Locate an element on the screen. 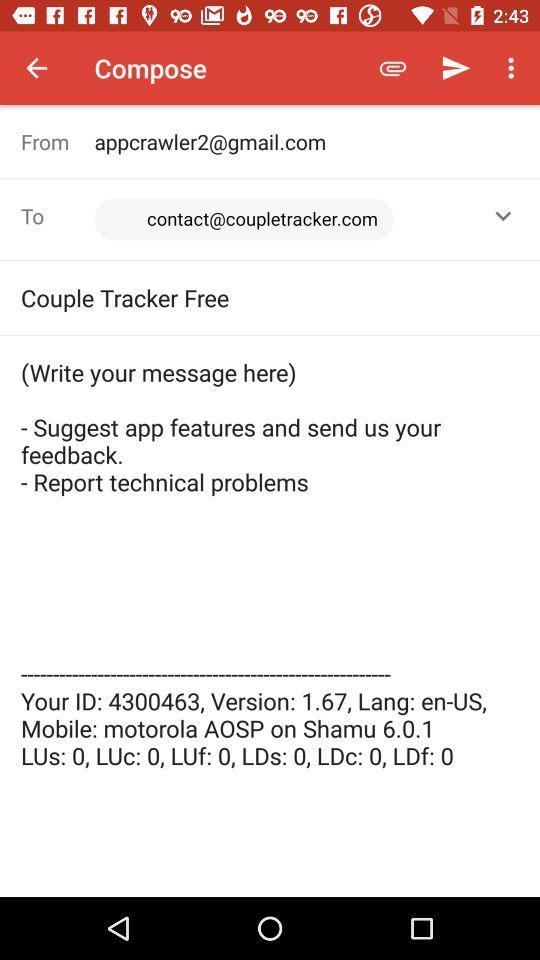 The width and height of the screenshot is (540, 960). write your message item is located at coordinates (270, 564).